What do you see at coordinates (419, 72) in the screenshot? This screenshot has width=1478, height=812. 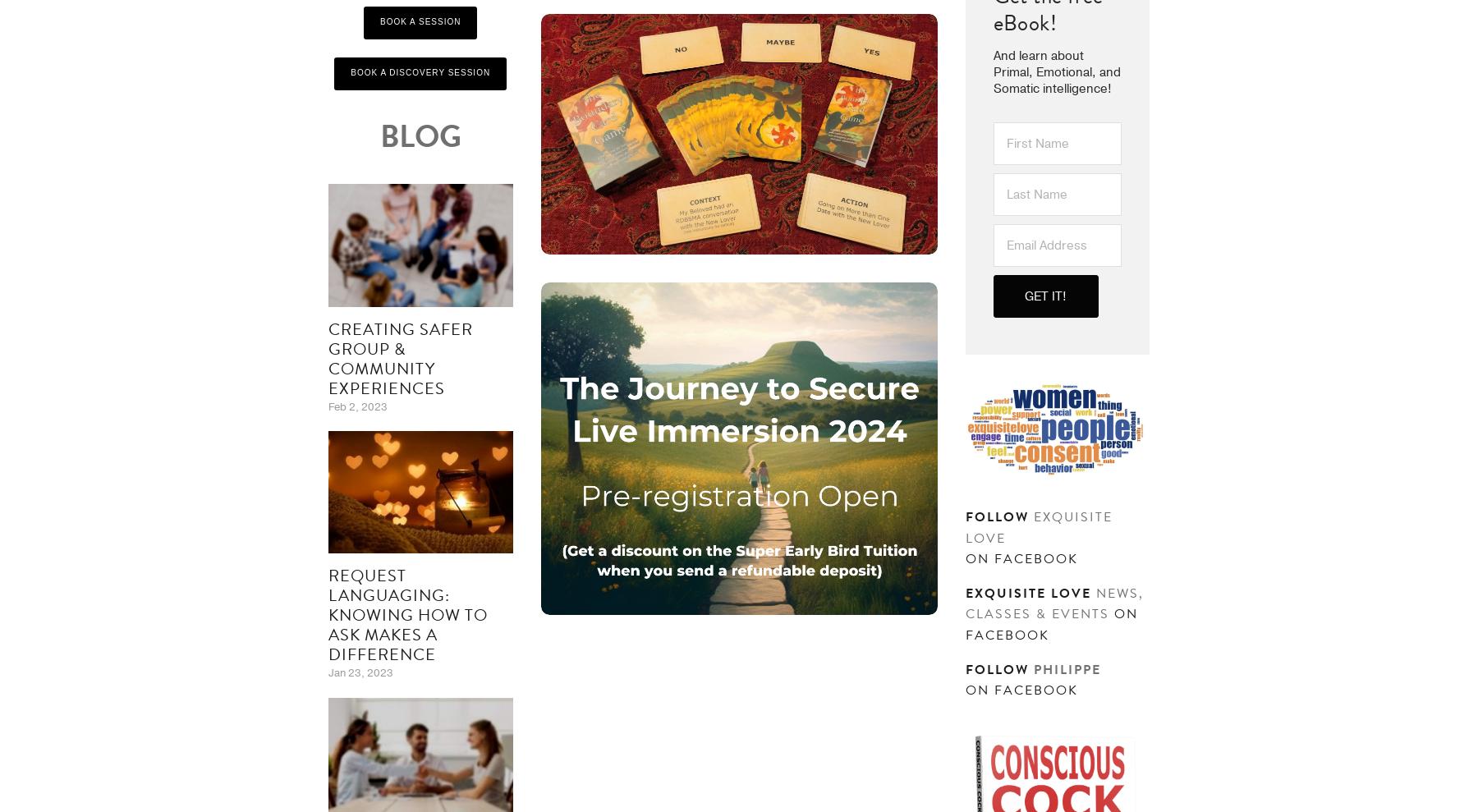 I see `'Book a Discovery Session'` at bounding box center [419, 72].